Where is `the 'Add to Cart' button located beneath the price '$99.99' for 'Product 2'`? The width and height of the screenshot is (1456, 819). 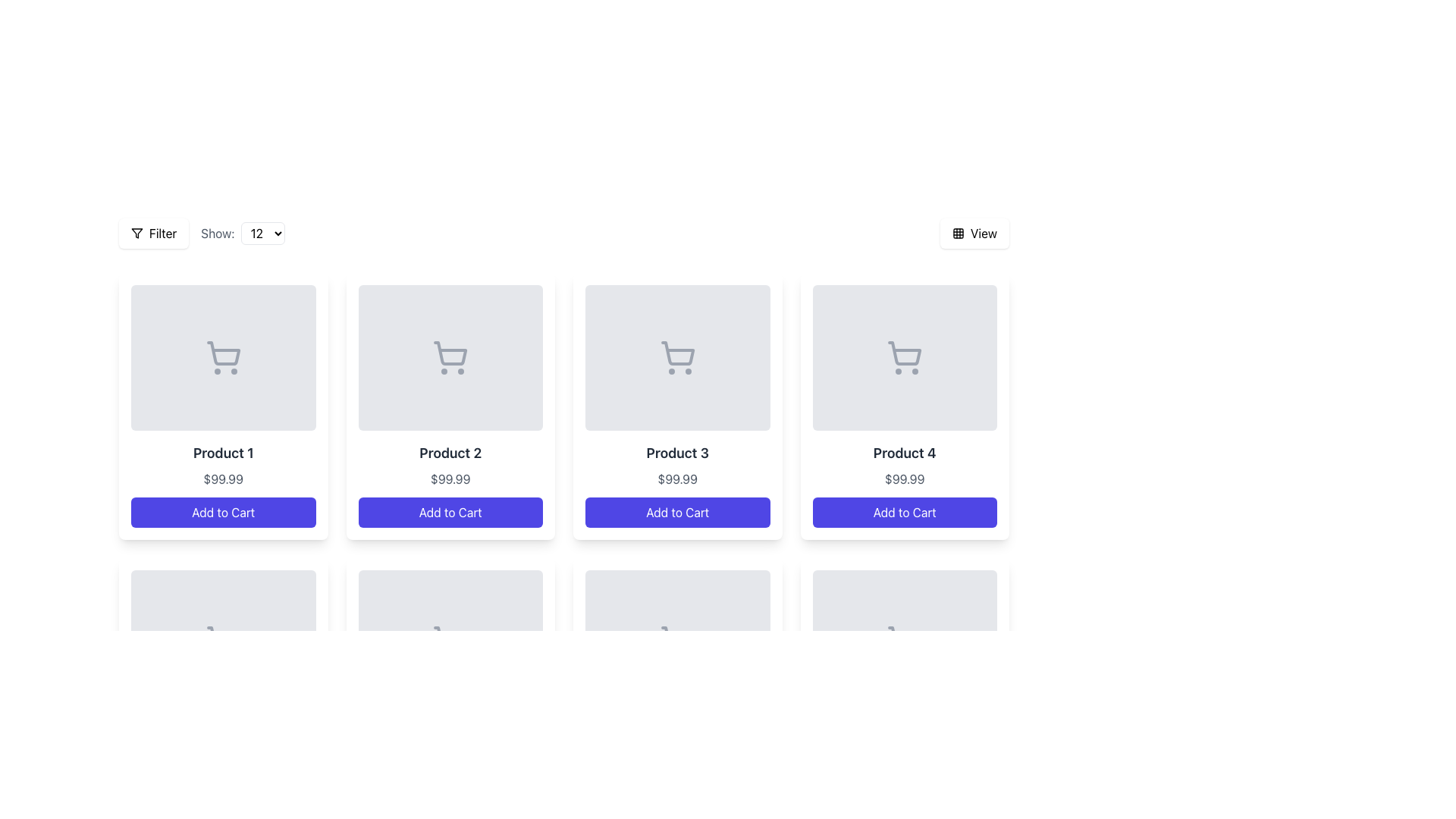
the 'Add to Cart' button located beneath the price '$99.99' for 'Product 2' is located at coordinates (450, 512).